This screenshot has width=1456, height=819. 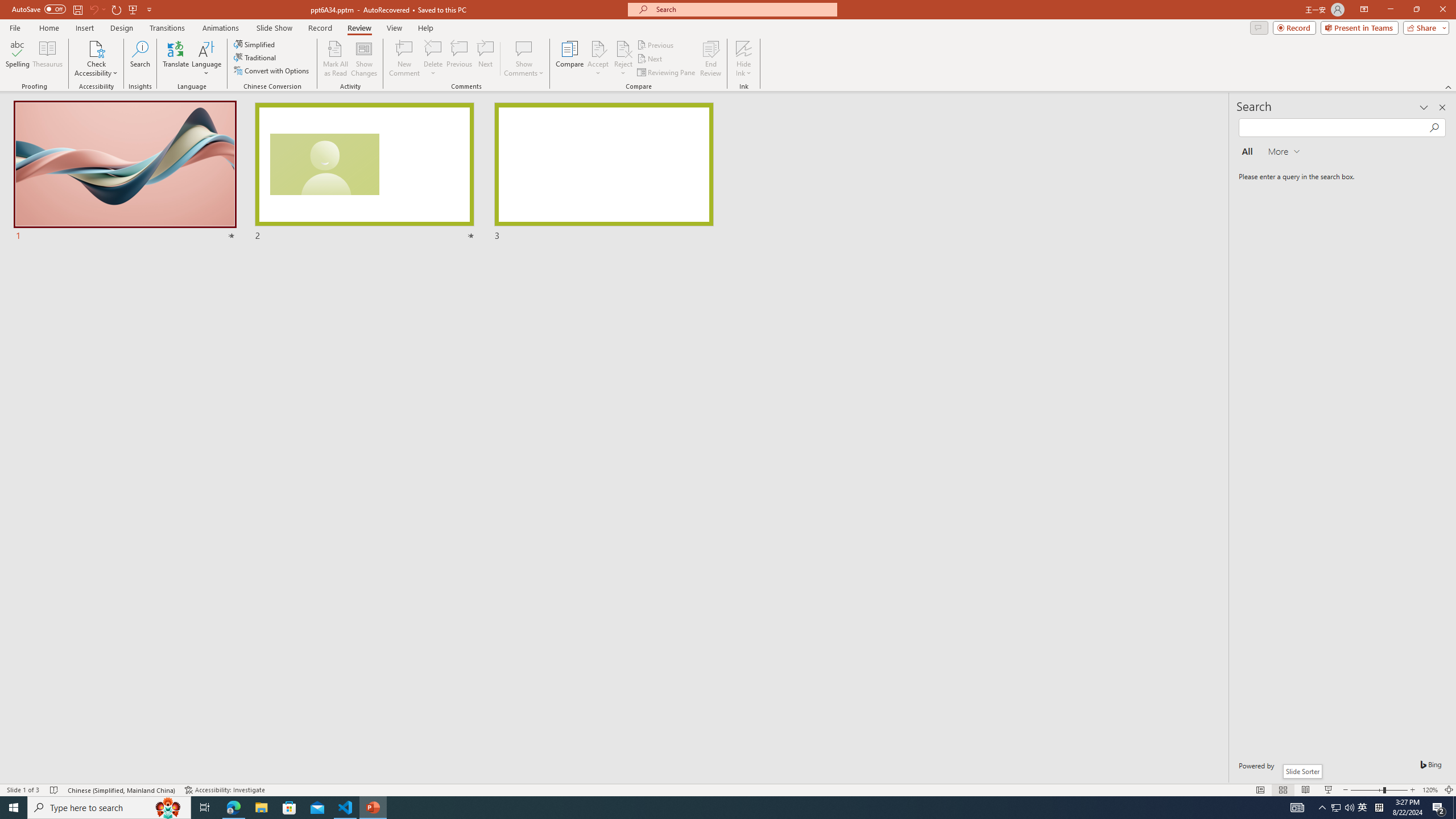 What do you see at coordinates (395, 28) in the screenshot?
I see `'View'` at bounding box center [395, 28].